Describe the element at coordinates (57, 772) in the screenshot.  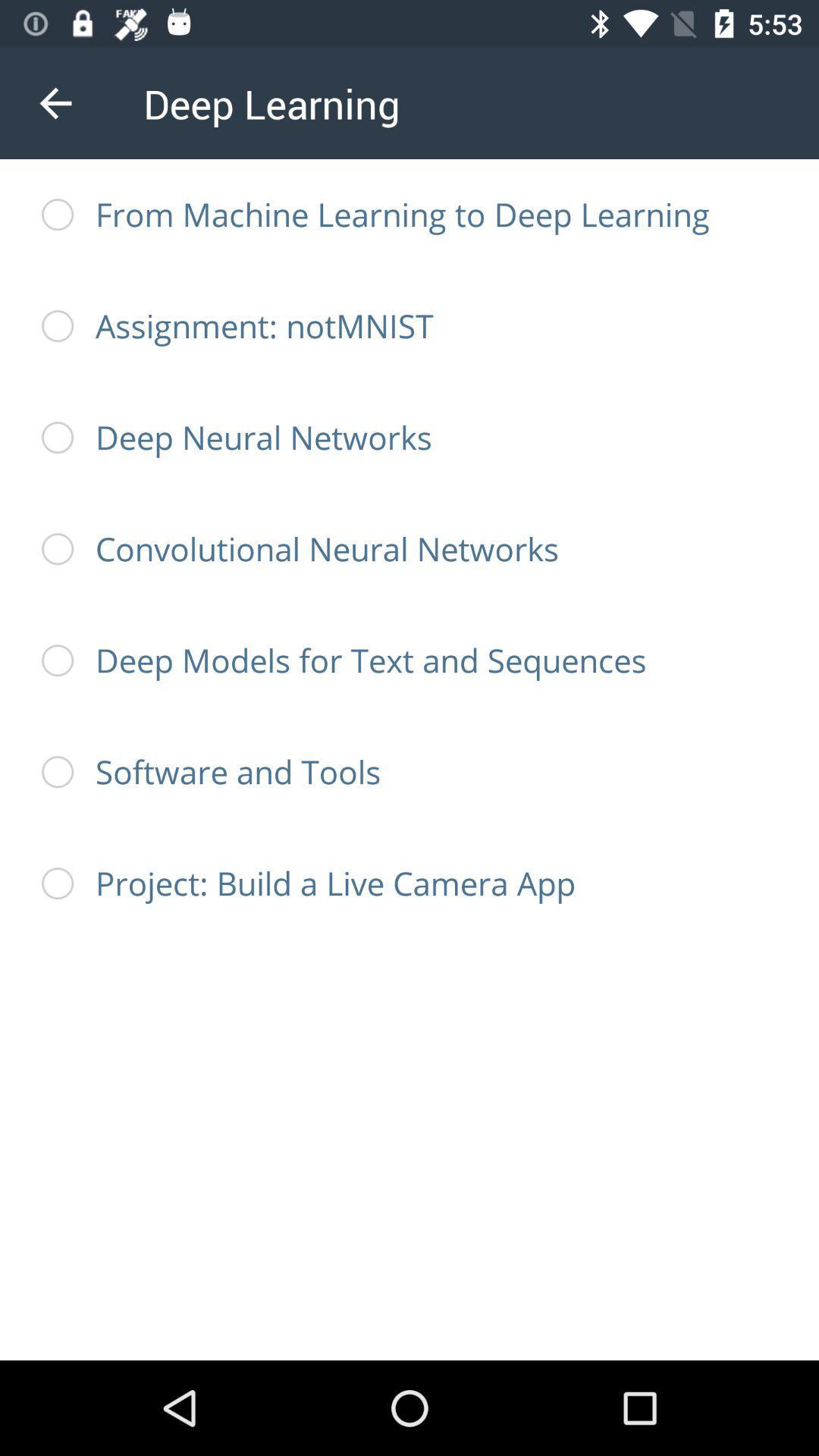
I see `the button which is left side of software and tools` at that location.